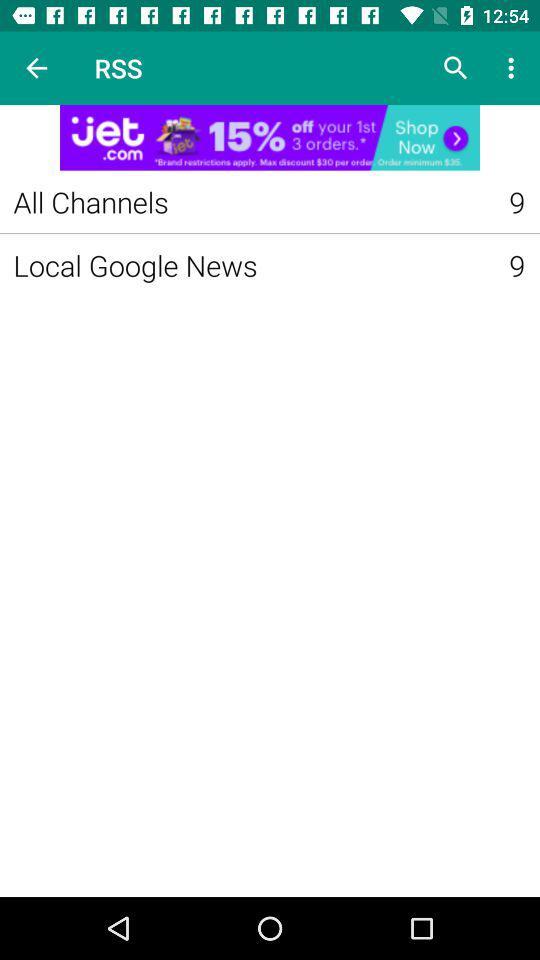 This screenshot has height=960, width=540. I want to click on advertisement, so click(270, 136).